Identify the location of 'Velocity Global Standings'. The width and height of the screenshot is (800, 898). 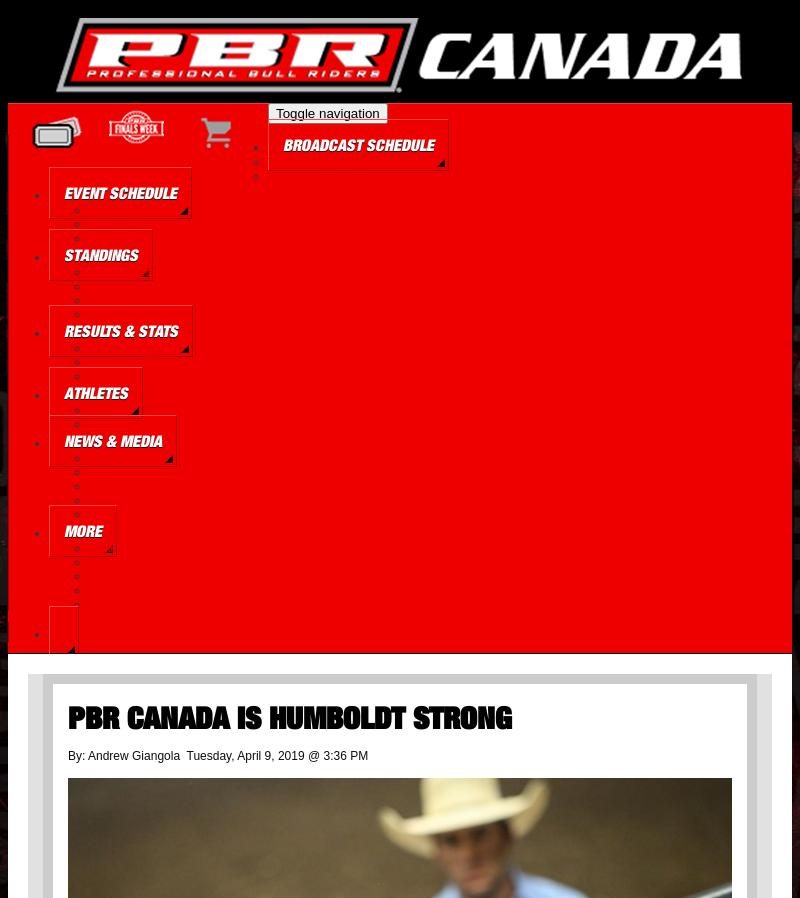
(140, 314).